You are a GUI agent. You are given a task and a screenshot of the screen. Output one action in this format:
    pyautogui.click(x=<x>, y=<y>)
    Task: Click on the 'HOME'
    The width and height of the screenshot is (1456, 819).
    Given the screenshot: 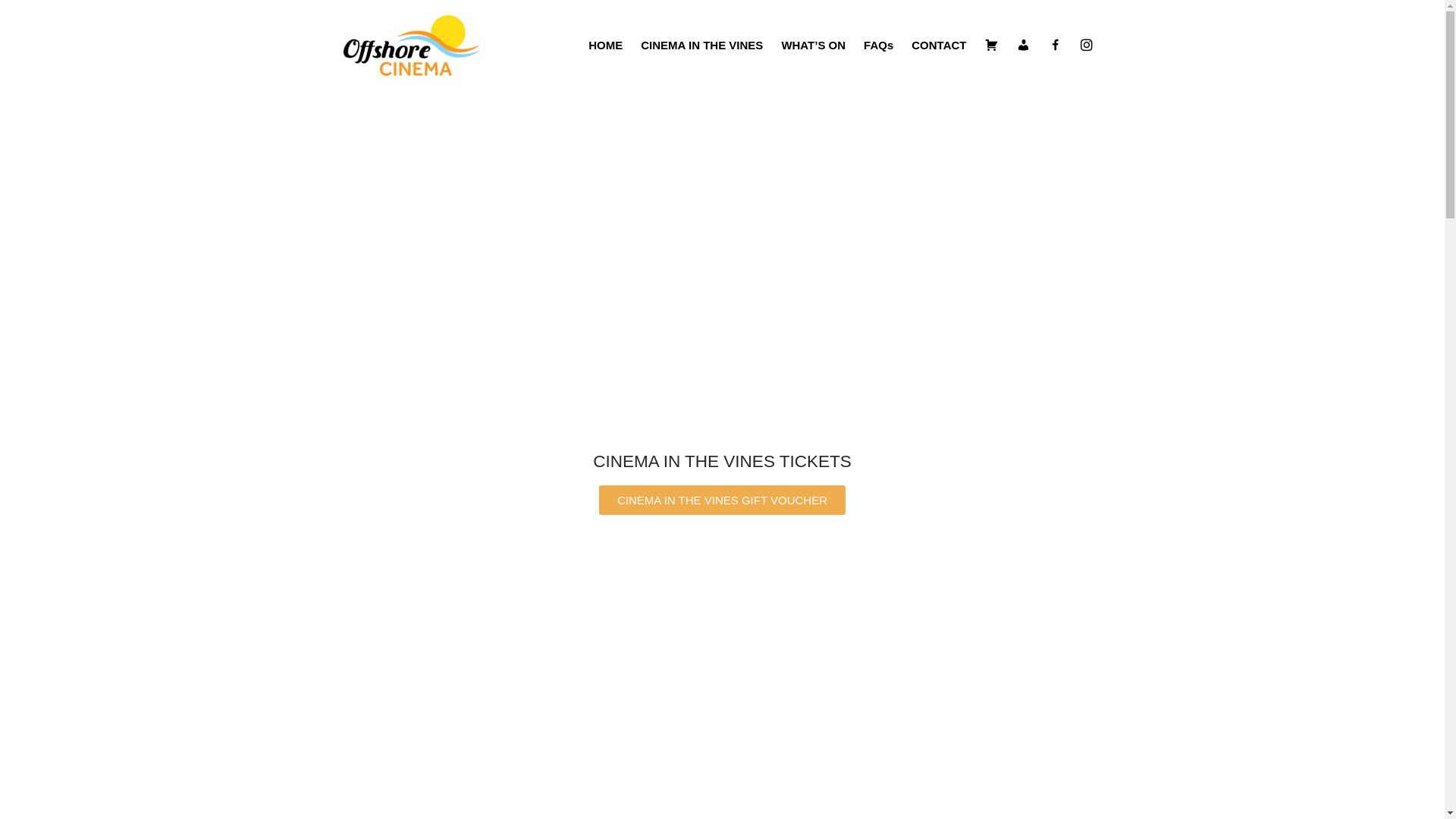 What is the action you would take?
    pyautogui.click(x=604, y=45)
    